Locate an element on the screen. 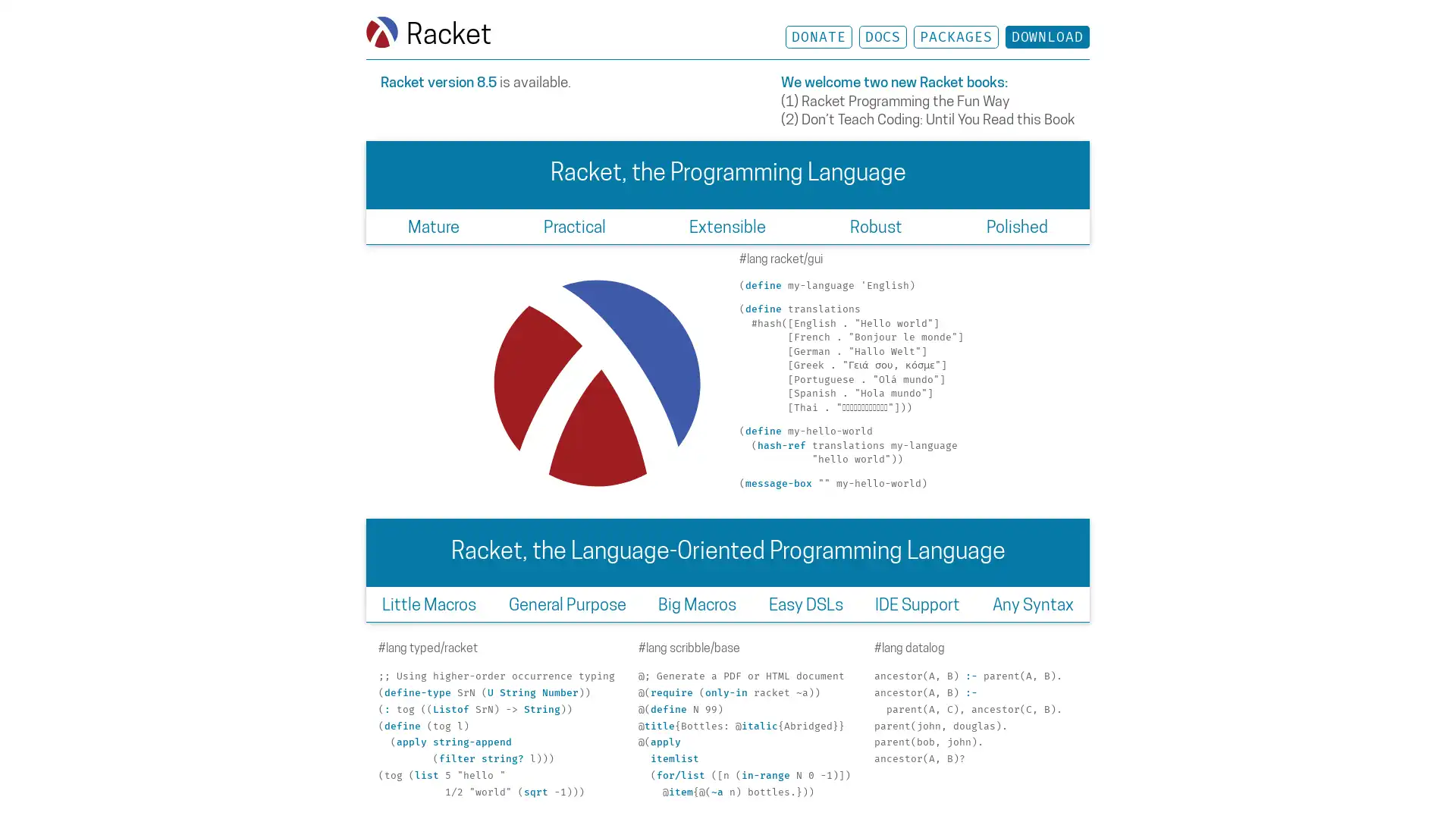 Image resolution: width=1456 pixels, height=819 pixels. Big Macros is located at coordinates (696, 603).